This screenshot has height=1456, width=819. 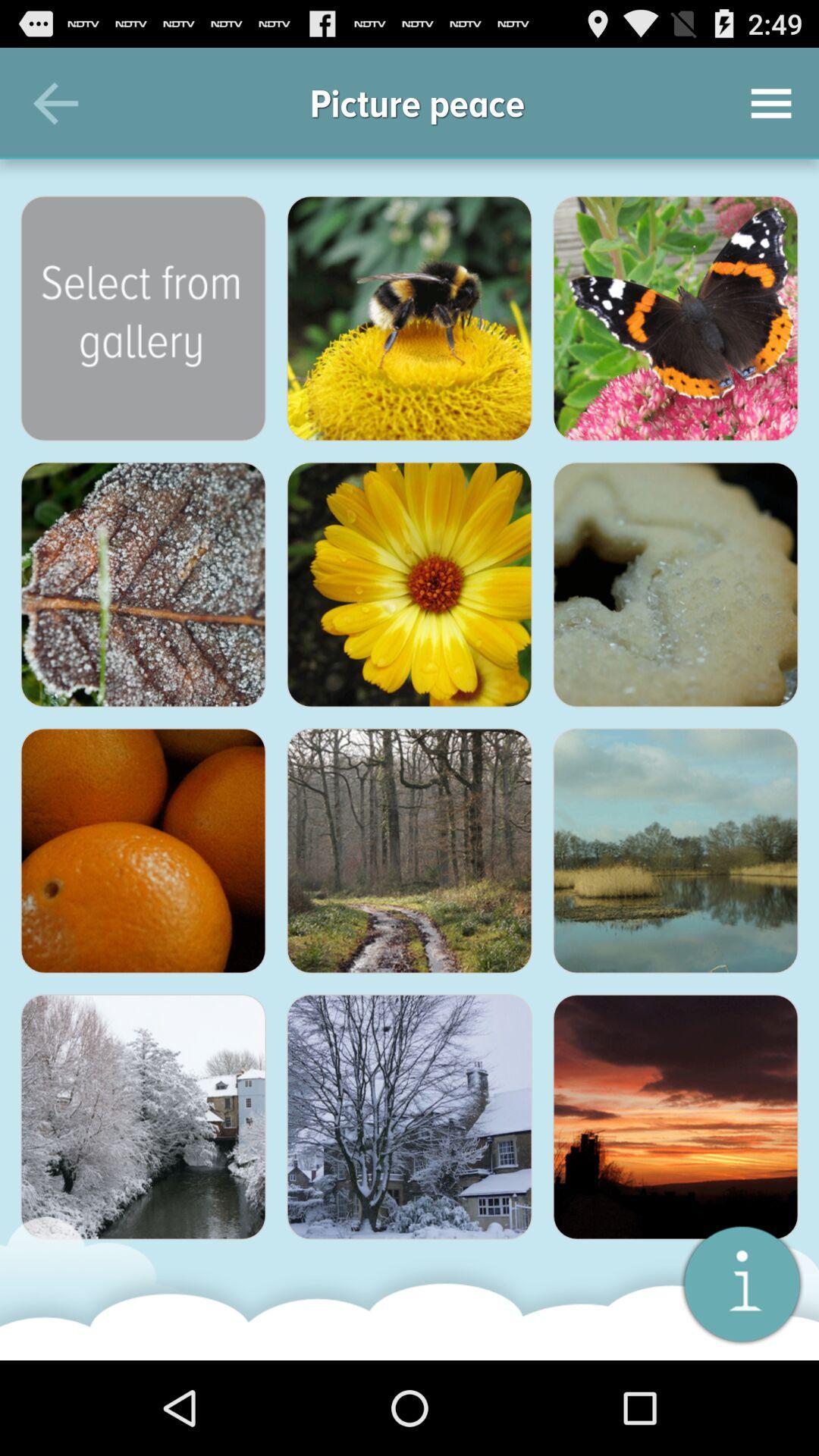 What do you see at coordinates (143, 851) in the screenshot?
I see `that photo` at bounding box center [143, 851].